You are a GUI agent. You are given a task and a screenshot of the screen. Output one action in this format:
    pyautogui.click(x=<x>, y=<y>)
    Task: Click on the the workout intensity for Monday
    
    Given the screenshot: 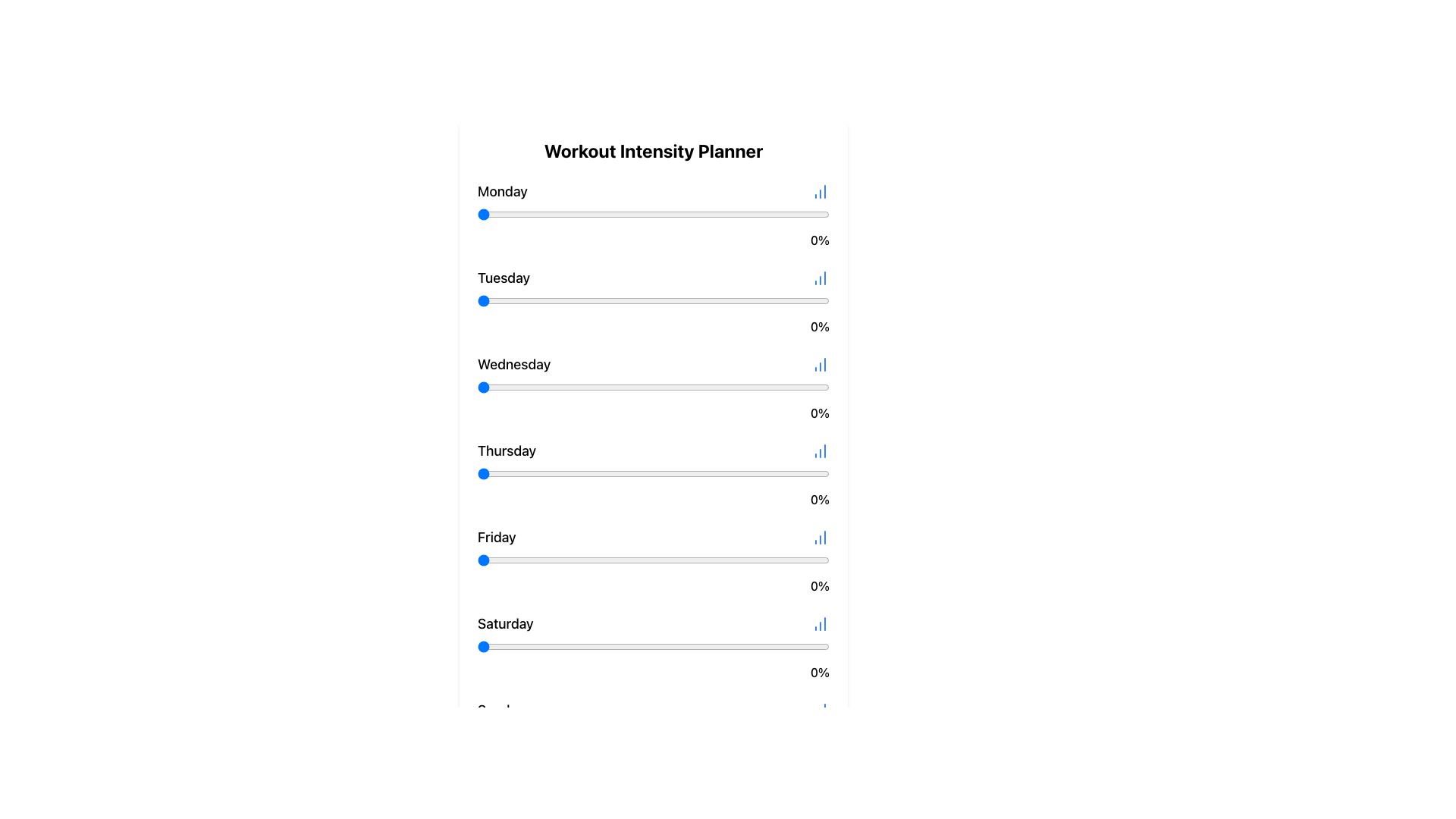 What is the action you would take?
    pyautogui.click(x=800, y=214)
    